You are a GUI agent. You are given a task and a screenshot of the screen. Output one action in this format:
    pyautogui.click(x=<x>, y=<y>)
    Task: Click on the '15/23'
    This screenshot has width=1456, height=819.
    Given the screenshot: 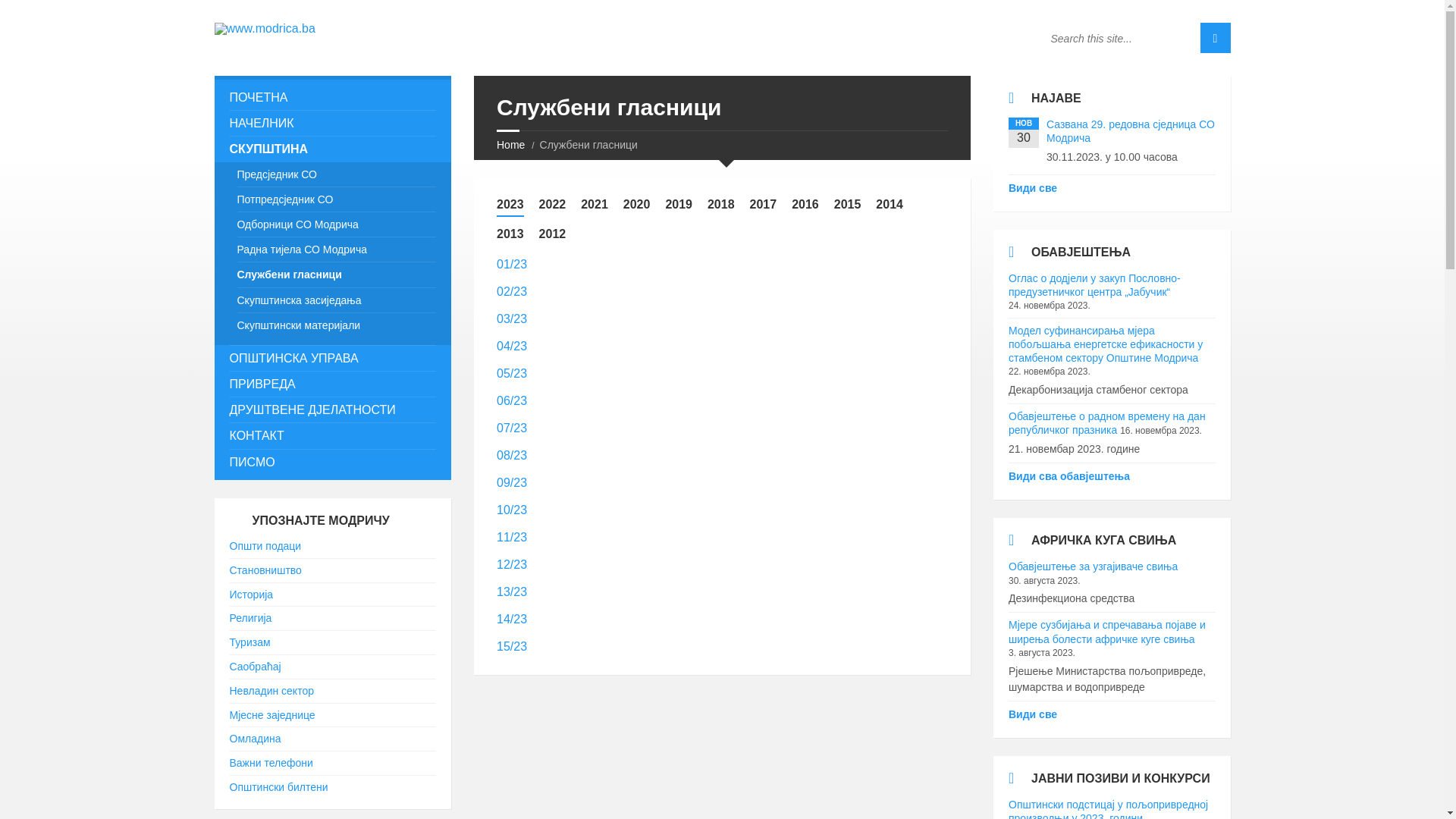 What is the action you would take?
    pyautogui.click(x=496, y=646)
    